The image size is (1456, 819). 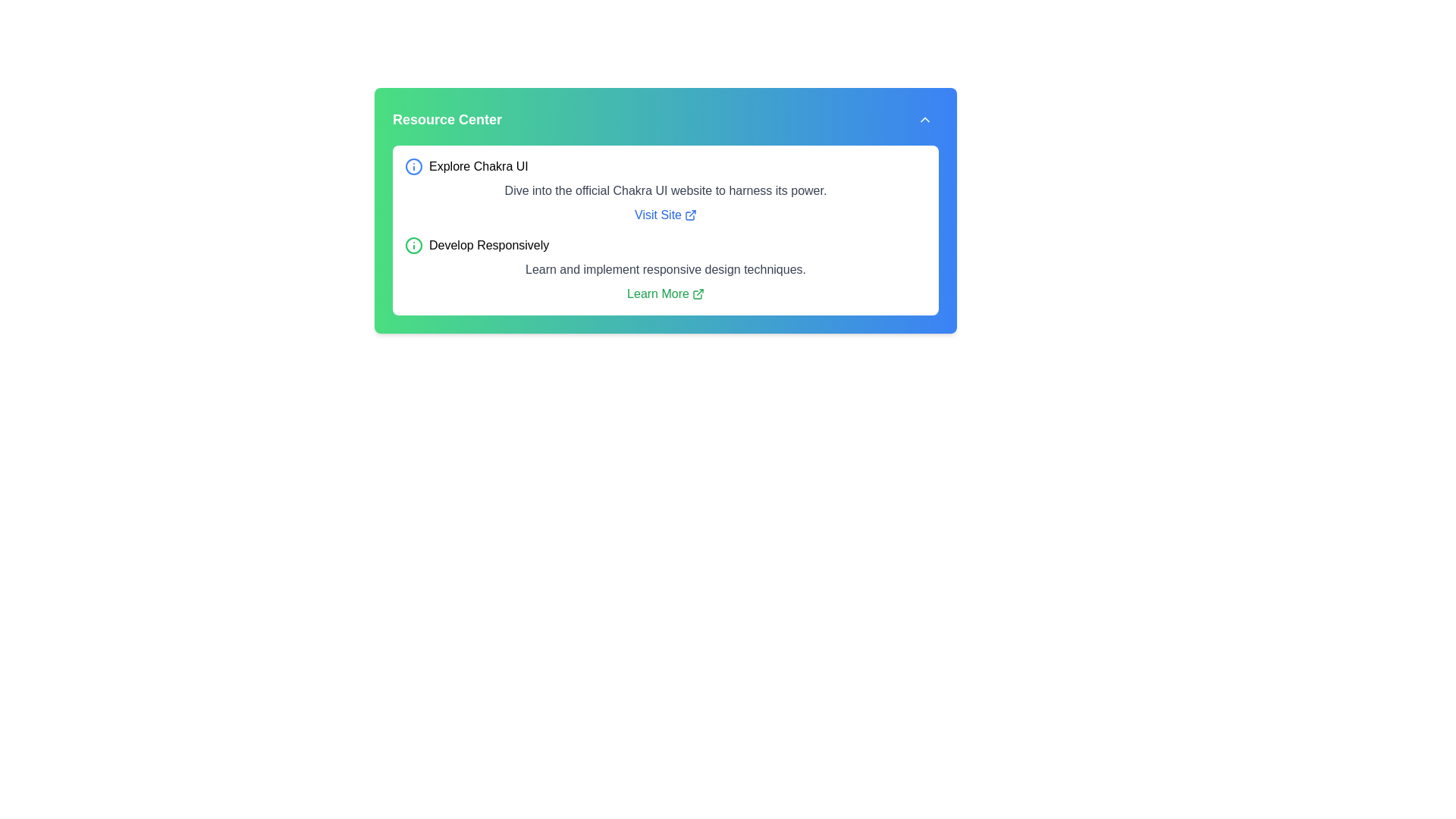 What do you see at coordinates (924, 119) in the screenshot?
I see `the chevron icon within the rounded square button at the top-right corner of the 'Resource Center' dialog box` at bounding box center [924, 119].